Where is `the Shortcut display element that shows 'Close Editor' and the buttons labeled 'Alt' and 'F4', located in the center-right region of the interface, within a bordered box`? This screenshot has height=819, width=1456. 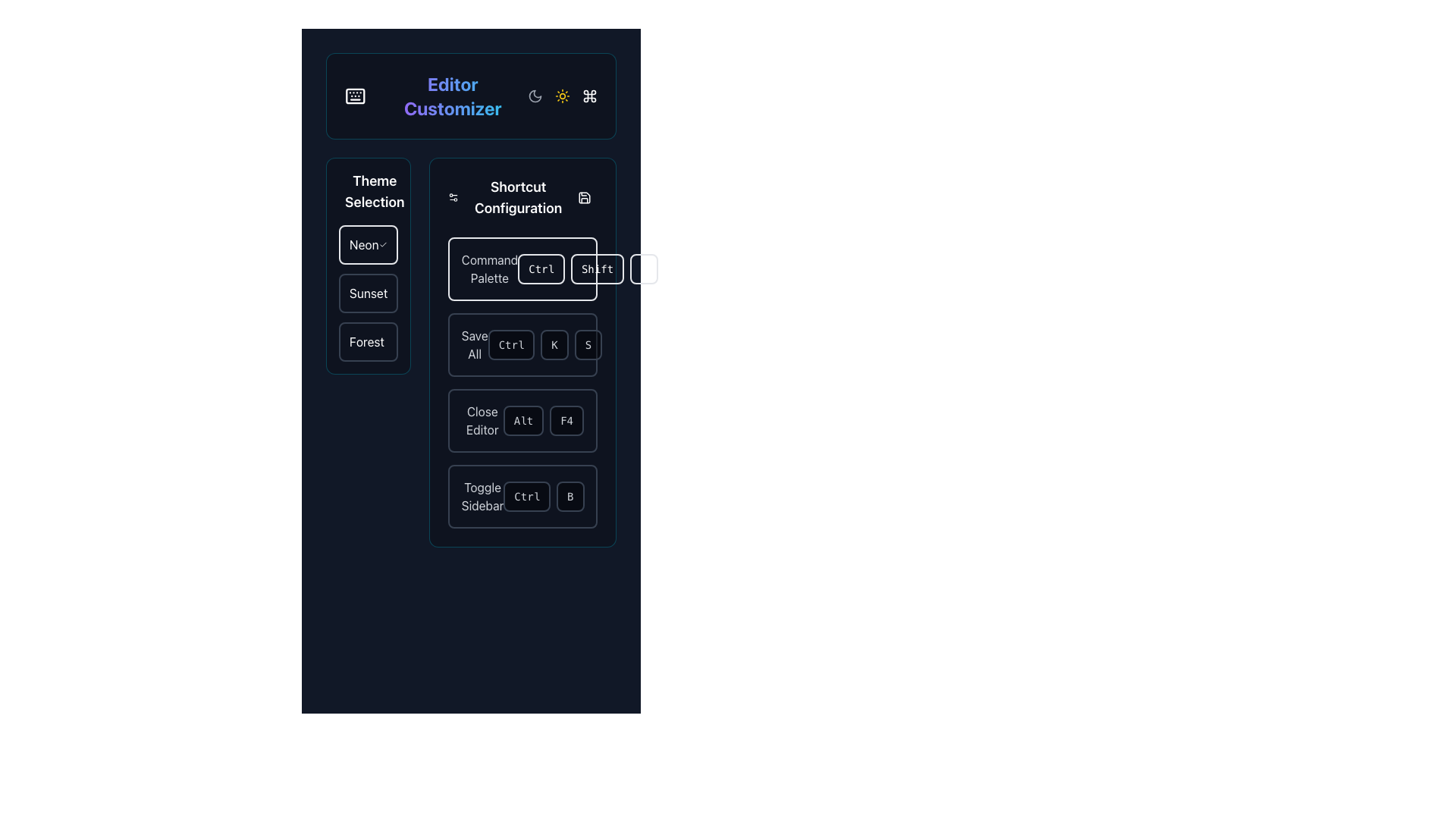
the Shortcut display element that shows 'Close Editor' and the buttons labeled 'Alt' and 'F4', located in the center-right region of the interface, within a bordered box is located at coordinates (522, 421).